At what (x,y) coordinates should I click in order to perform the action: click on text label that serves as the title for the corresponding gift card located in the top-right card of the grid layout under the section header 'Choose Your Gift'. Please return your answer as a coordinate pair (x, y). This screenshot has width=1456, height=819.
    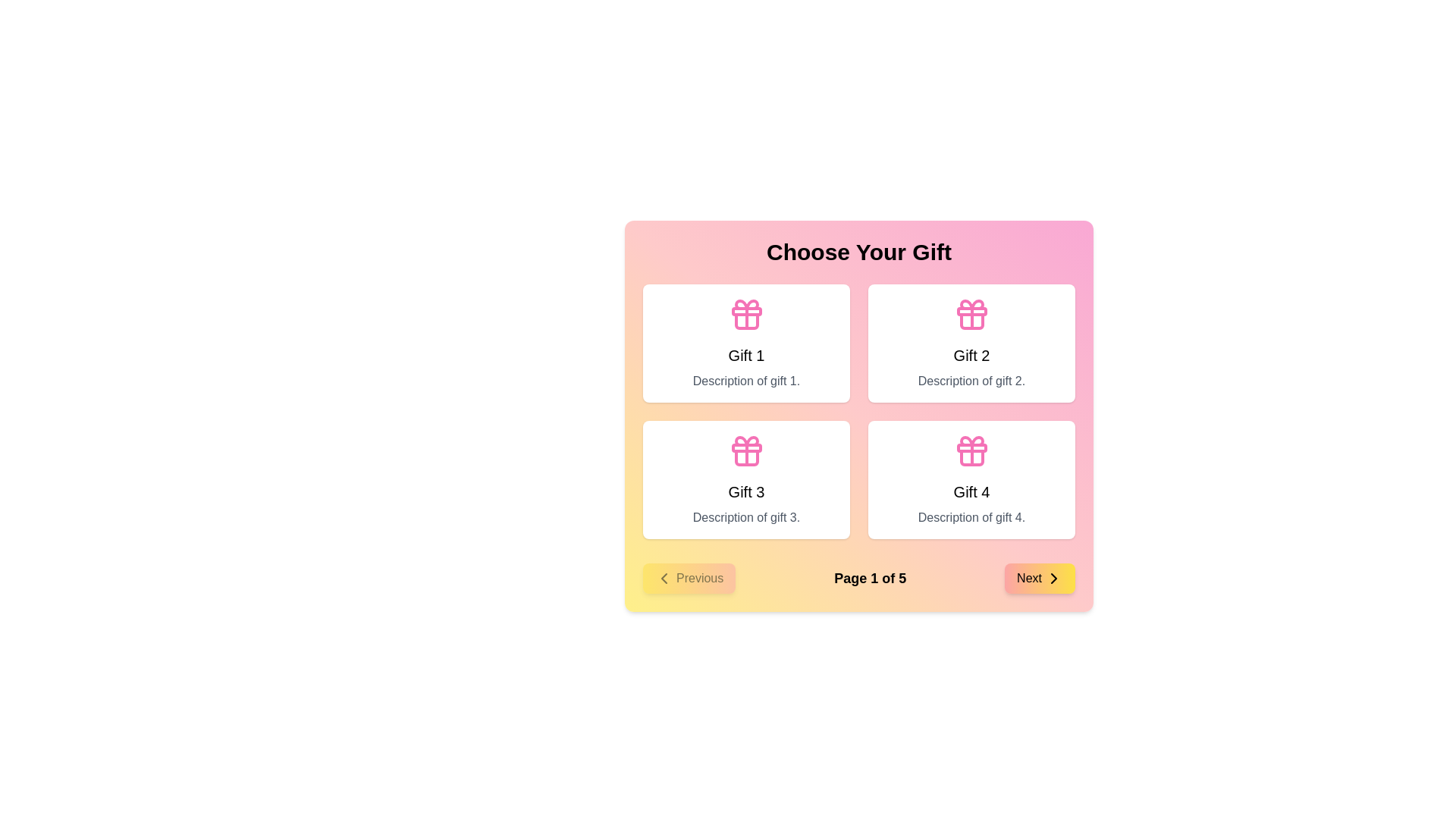
    Looking at the image, I should click on (971, 356).